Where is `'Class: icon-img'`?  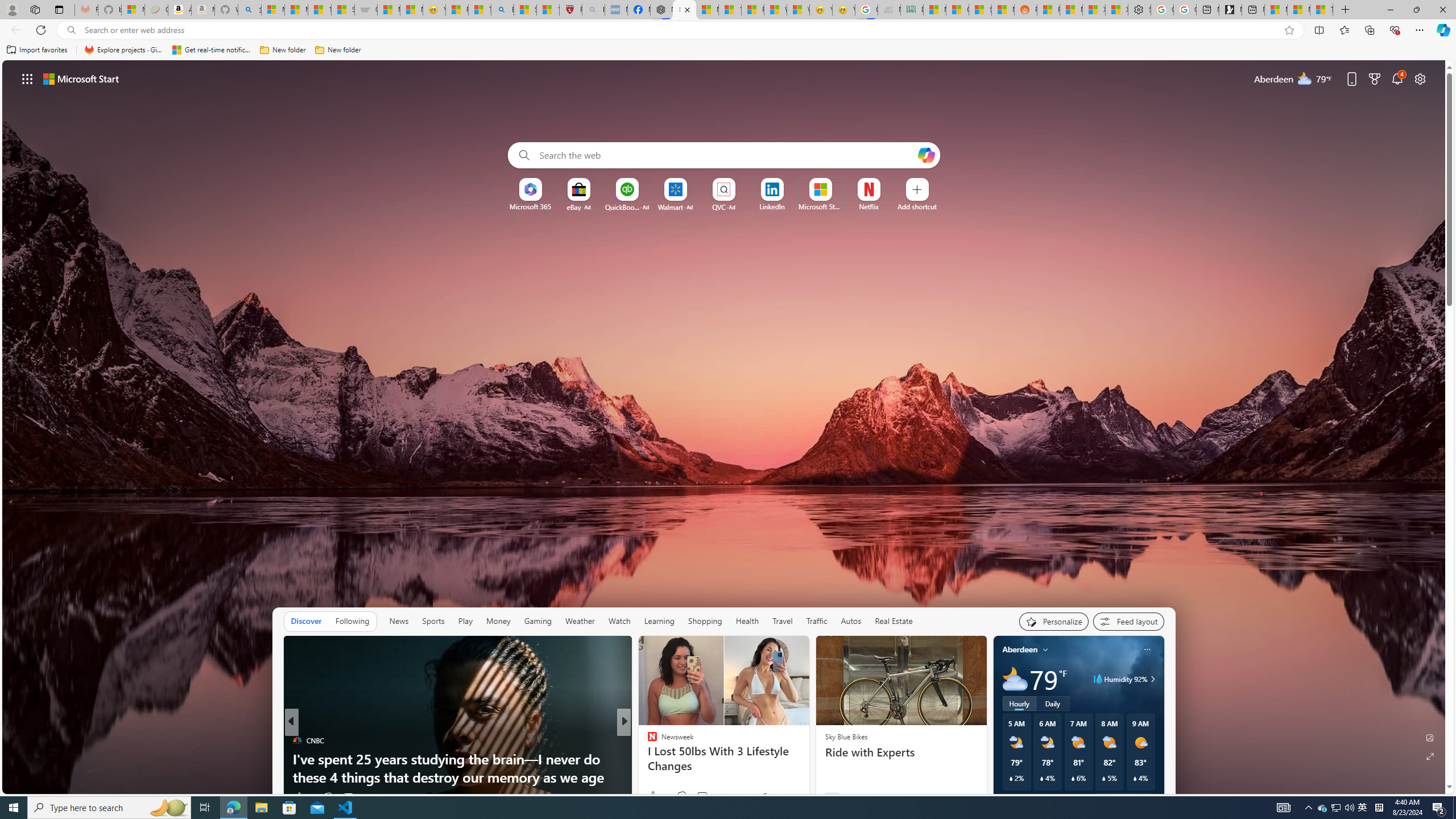
'Class: icon-img' is located at coordinates (1146, 649).